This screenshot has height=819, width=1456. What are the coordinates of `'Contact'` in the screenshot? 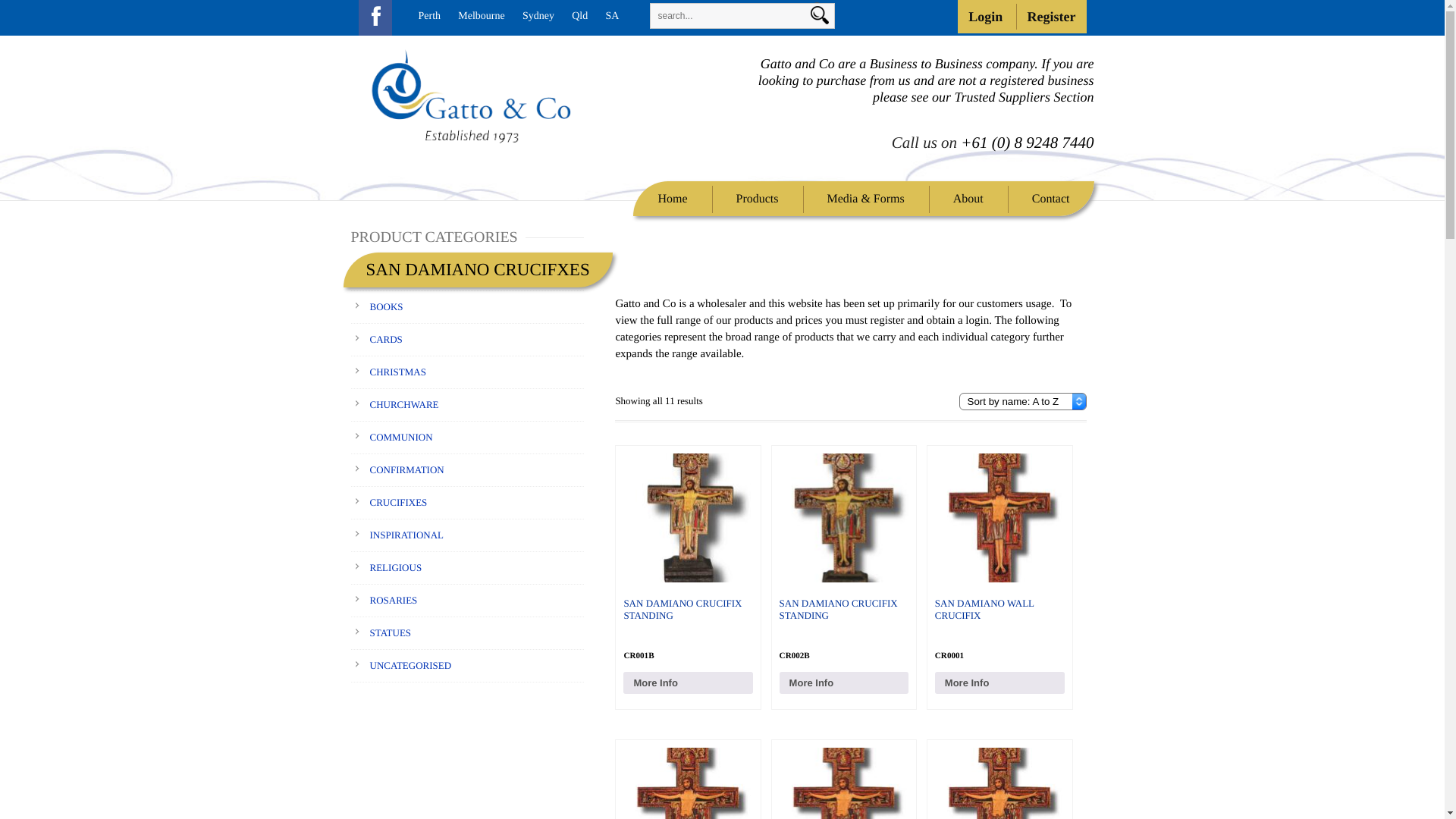 It's located at (1050, 198).